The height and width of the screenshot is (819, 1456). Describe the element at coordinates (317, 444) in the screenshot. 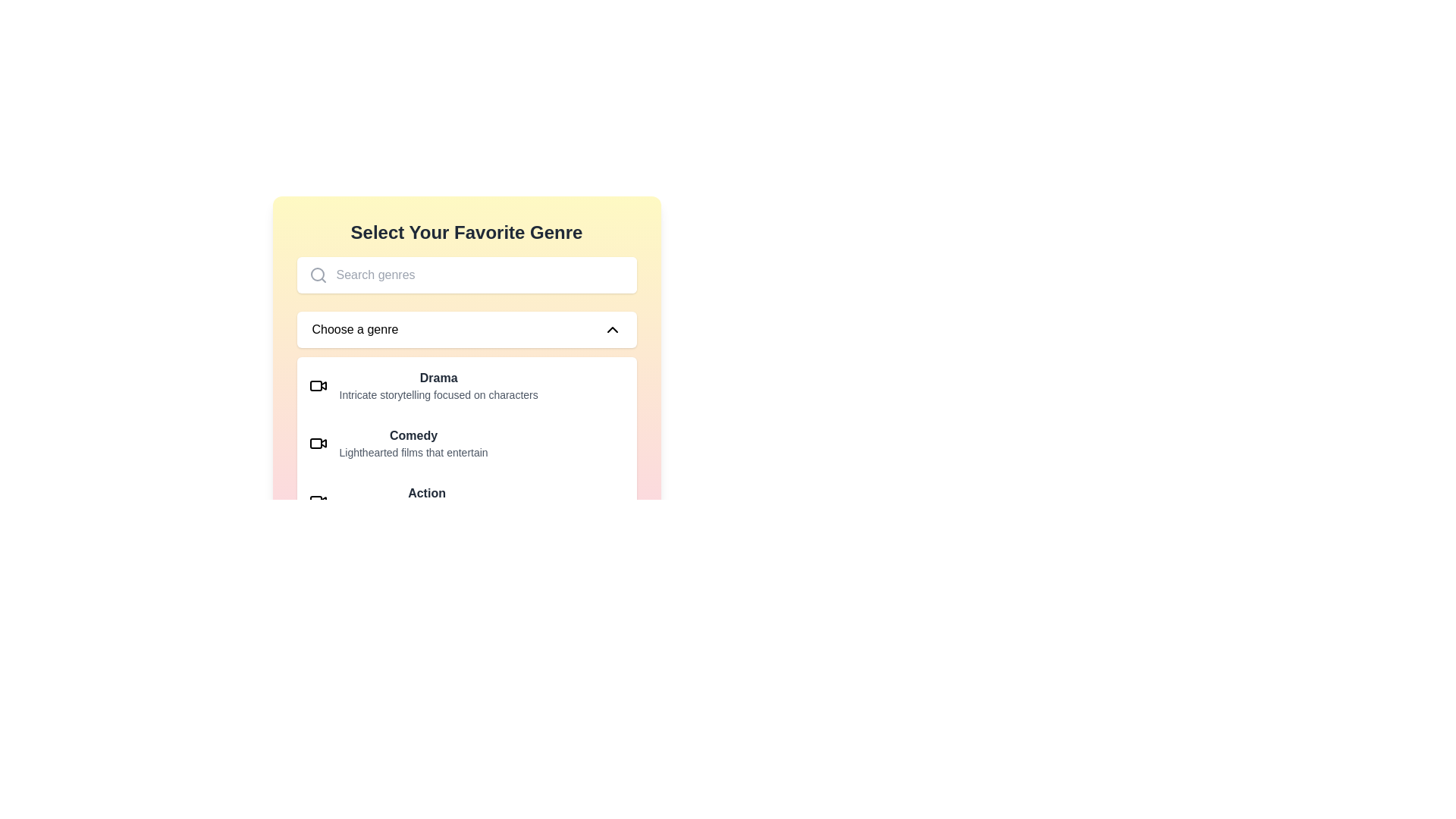

I see `the Comedy genre icon, which visually represents the video or movie-related nature of the Comedy genre in the selection list, located to the left of the text 'Comedy'` at that location.